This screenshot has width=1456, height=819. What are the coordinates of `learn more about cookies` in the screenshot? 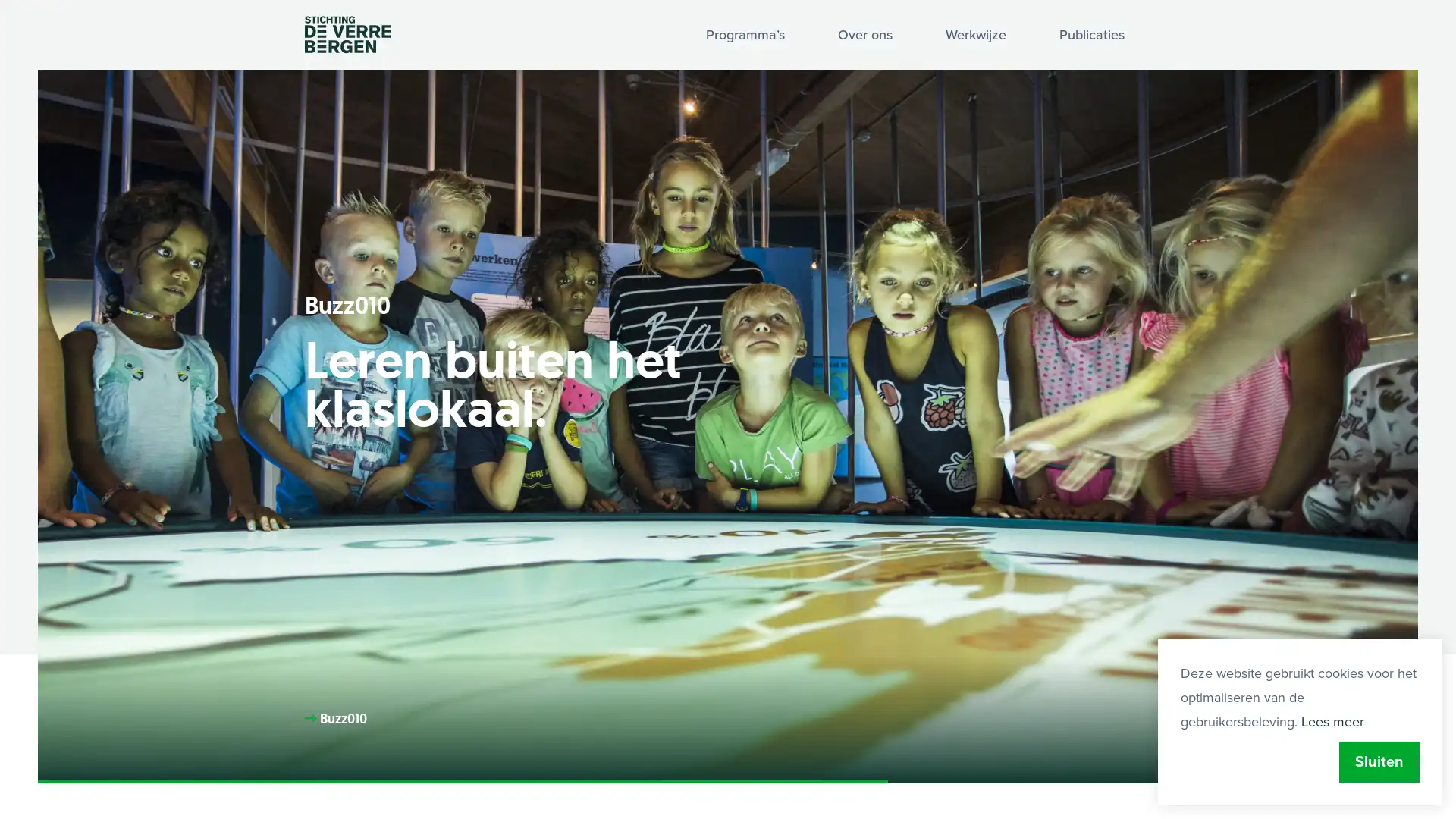 It's located at (1332, 721).